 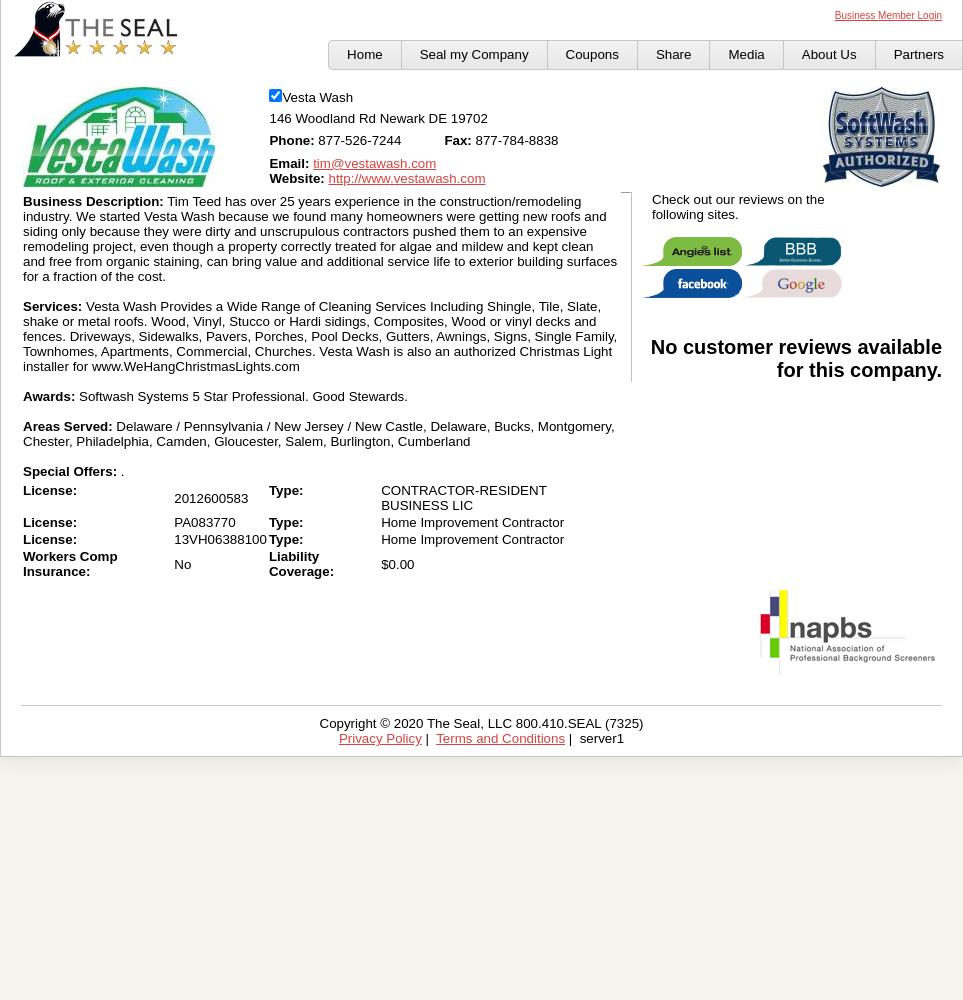 I want to click on 'Copyright © 2020 The Seal, LLC  800.410.SEAL (7325)', so click(x=480, y=722).